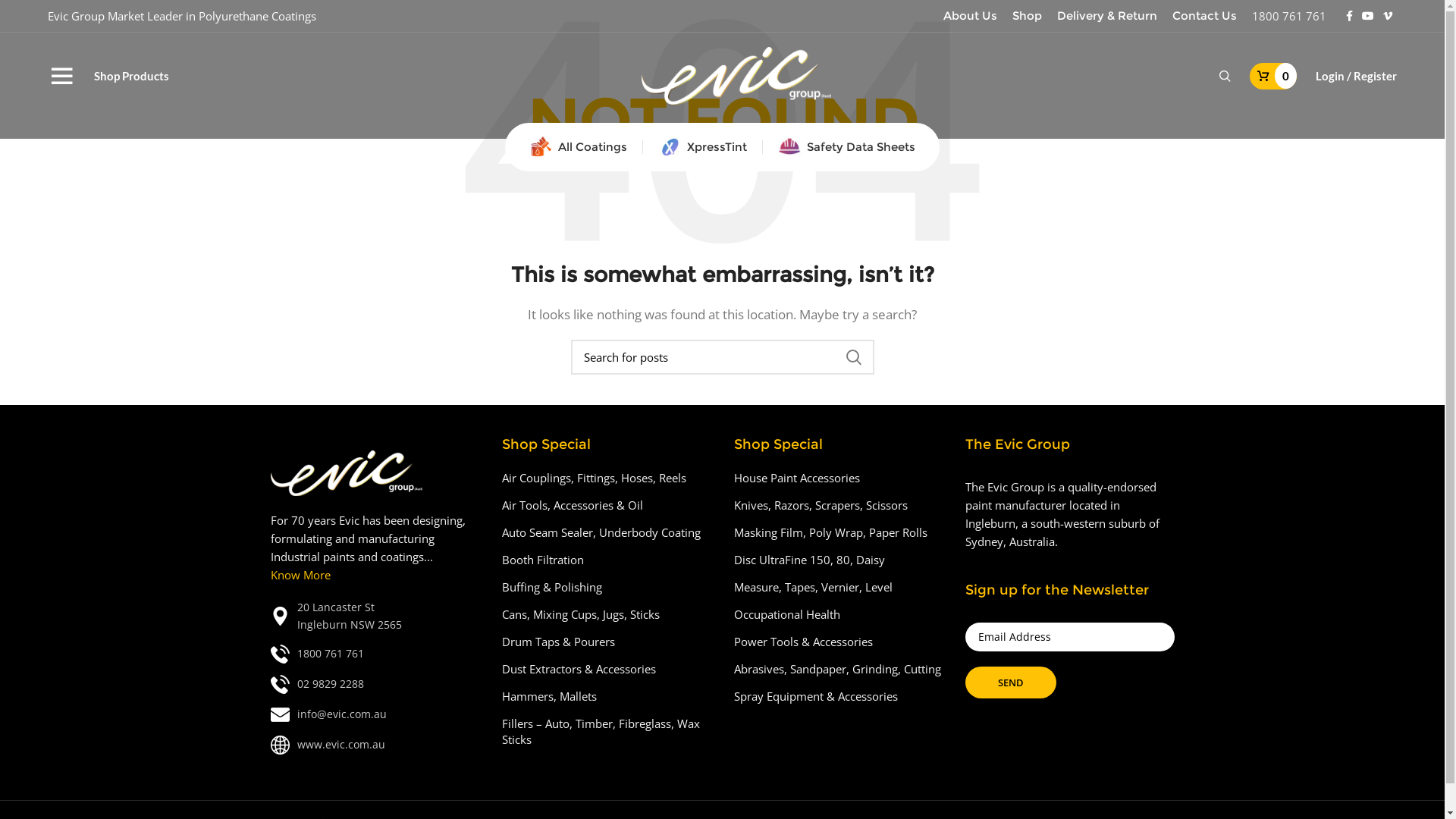  I want to click on 'Cans, Mixing Cups, Jugs, Sticks', so click(581, 614).